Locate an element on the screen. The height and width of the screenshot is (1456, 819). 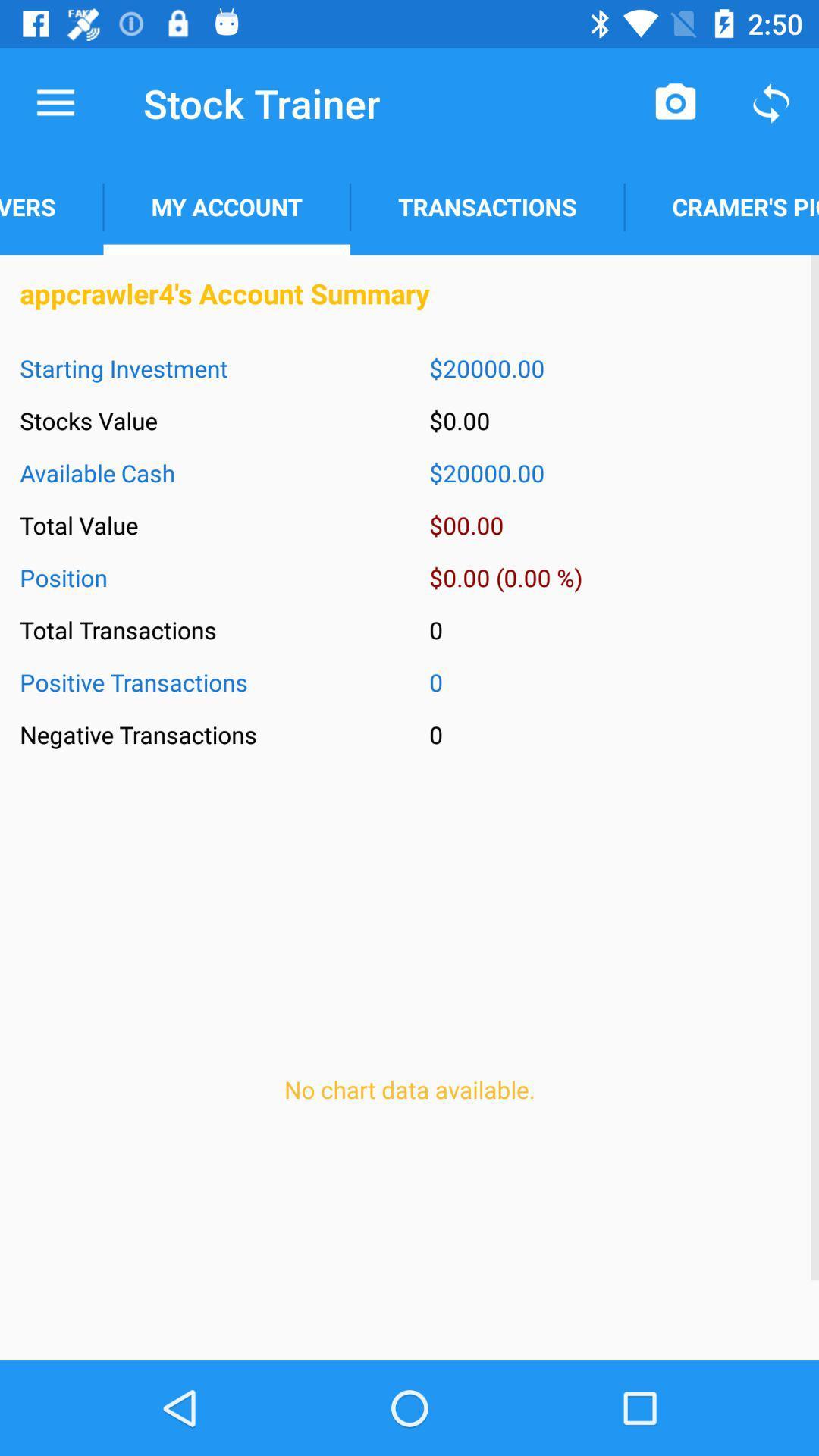
the icon next to the transactions is located at coordinates (227, 206).